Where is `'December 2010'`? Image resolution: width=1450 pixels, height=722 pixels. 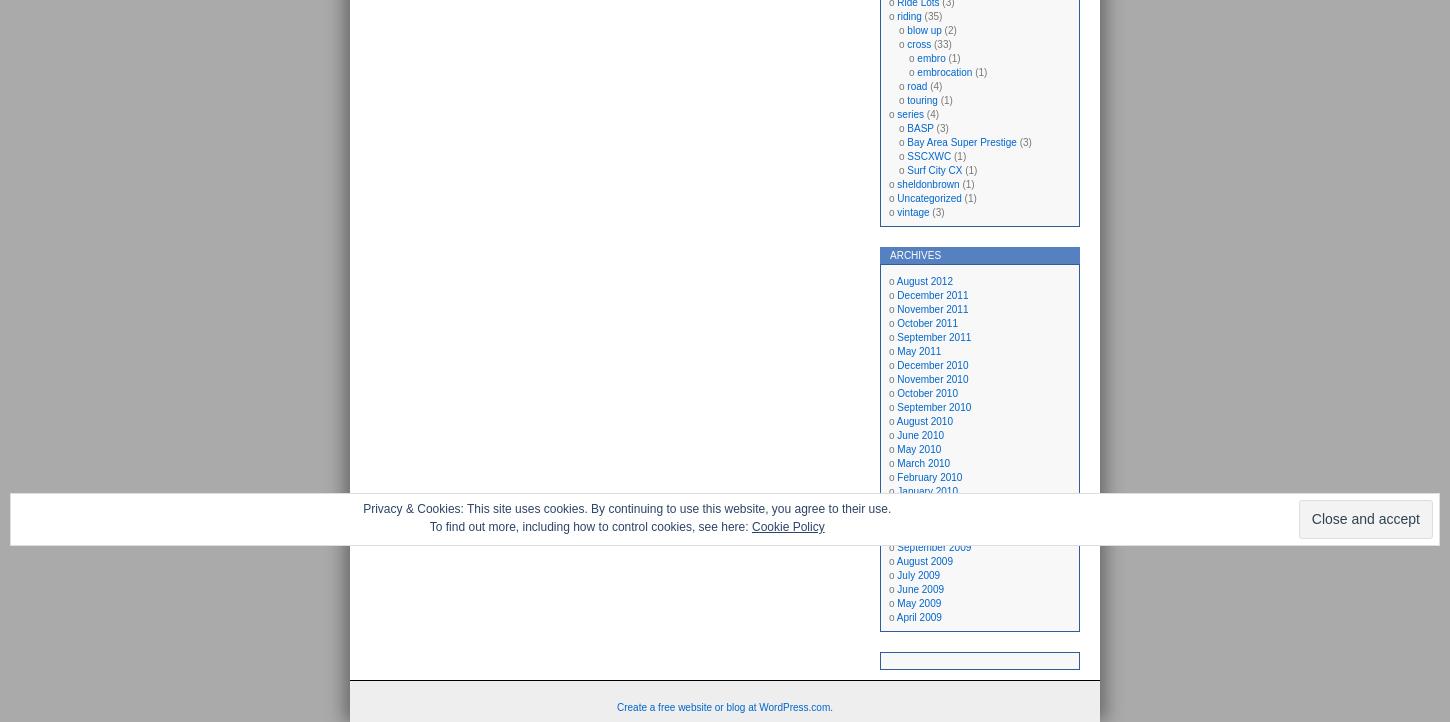
'December 2010' is located at coordinates (931, 365).